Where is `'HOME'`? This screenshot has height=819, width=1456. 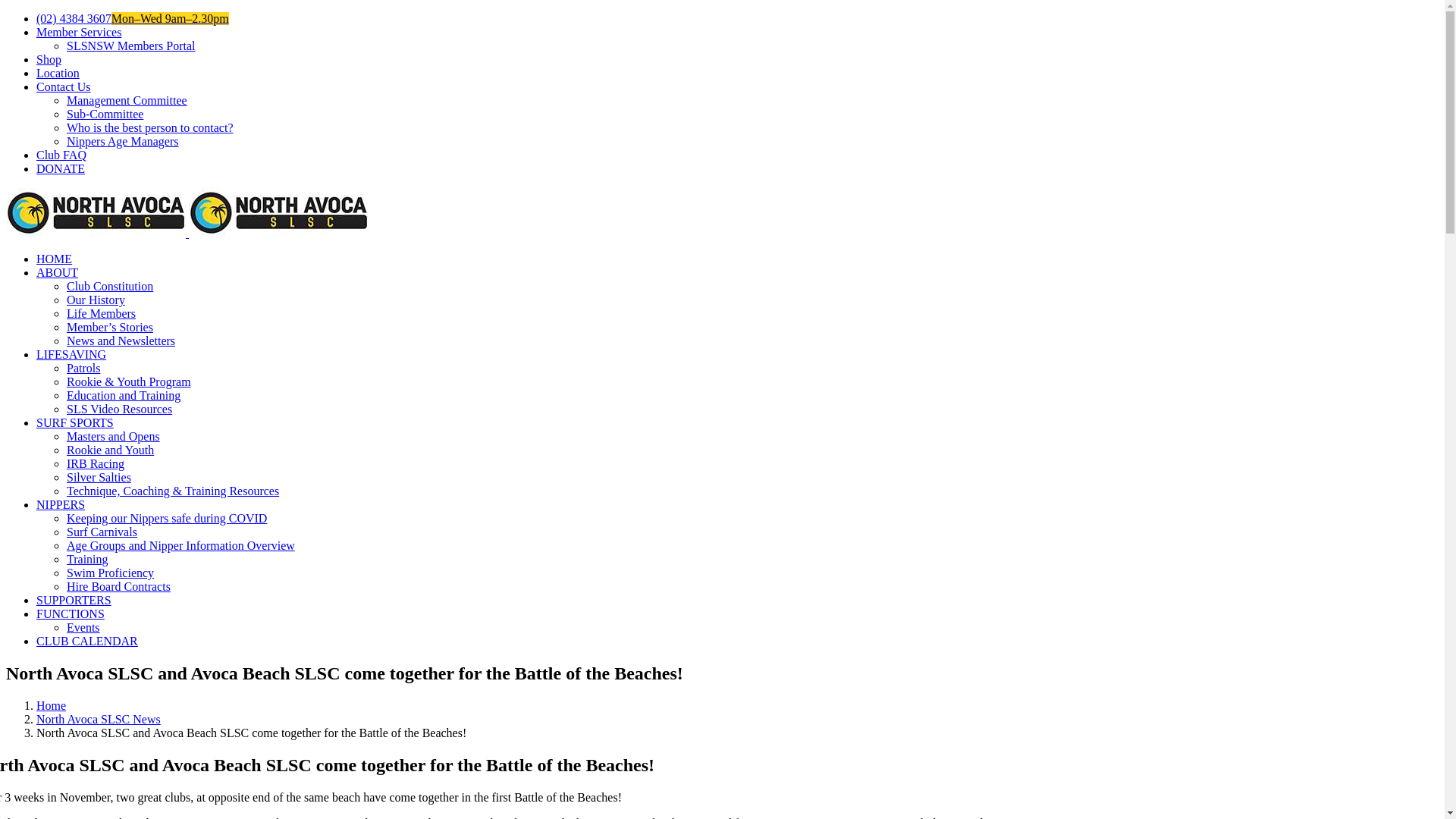 'HOME' is located at coordinates (54, 258).